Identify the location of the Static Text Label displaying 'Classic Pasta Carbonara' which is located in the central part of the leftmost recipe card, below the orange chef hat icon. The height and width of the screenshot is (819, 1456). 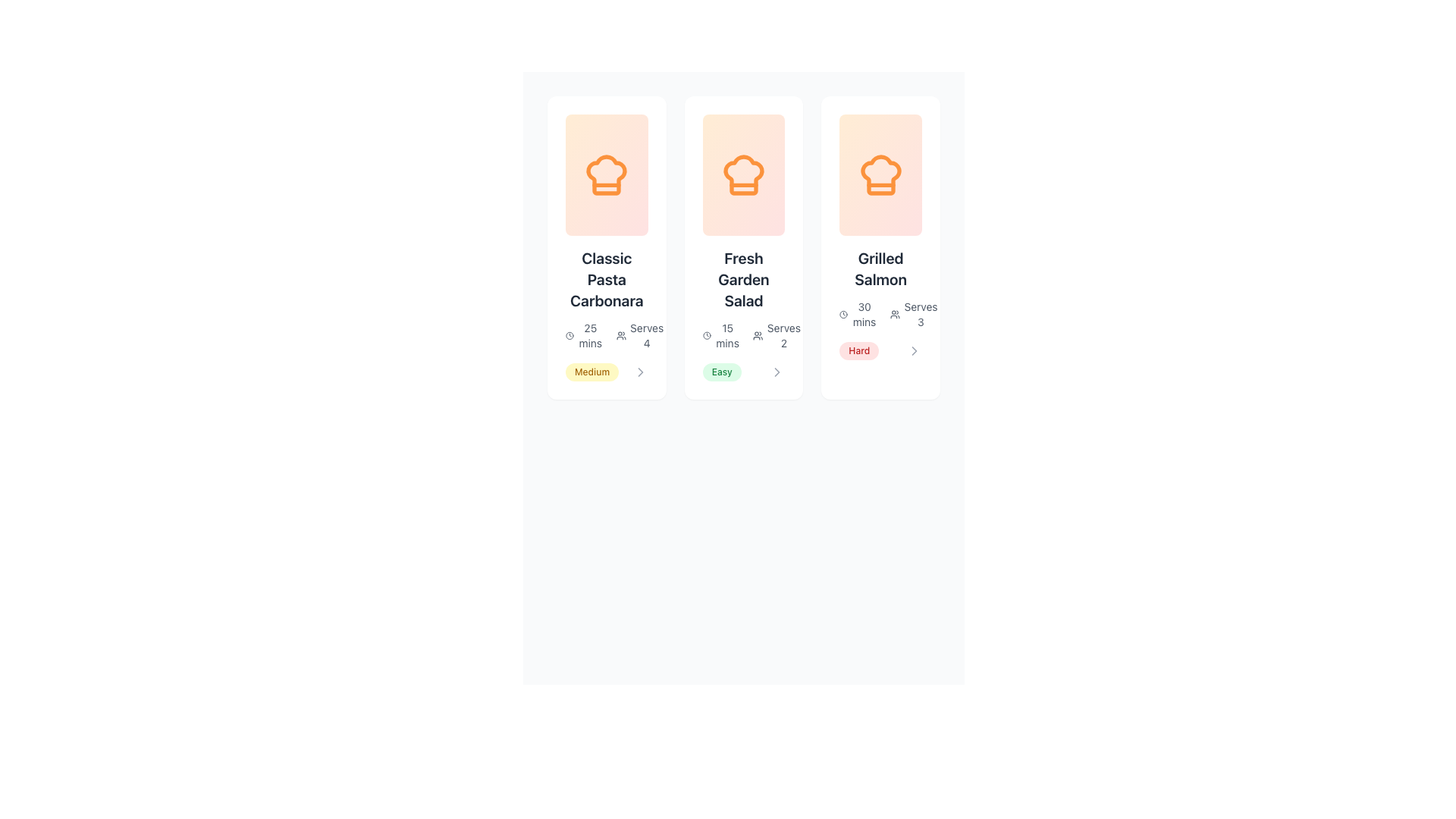
(607, 280).